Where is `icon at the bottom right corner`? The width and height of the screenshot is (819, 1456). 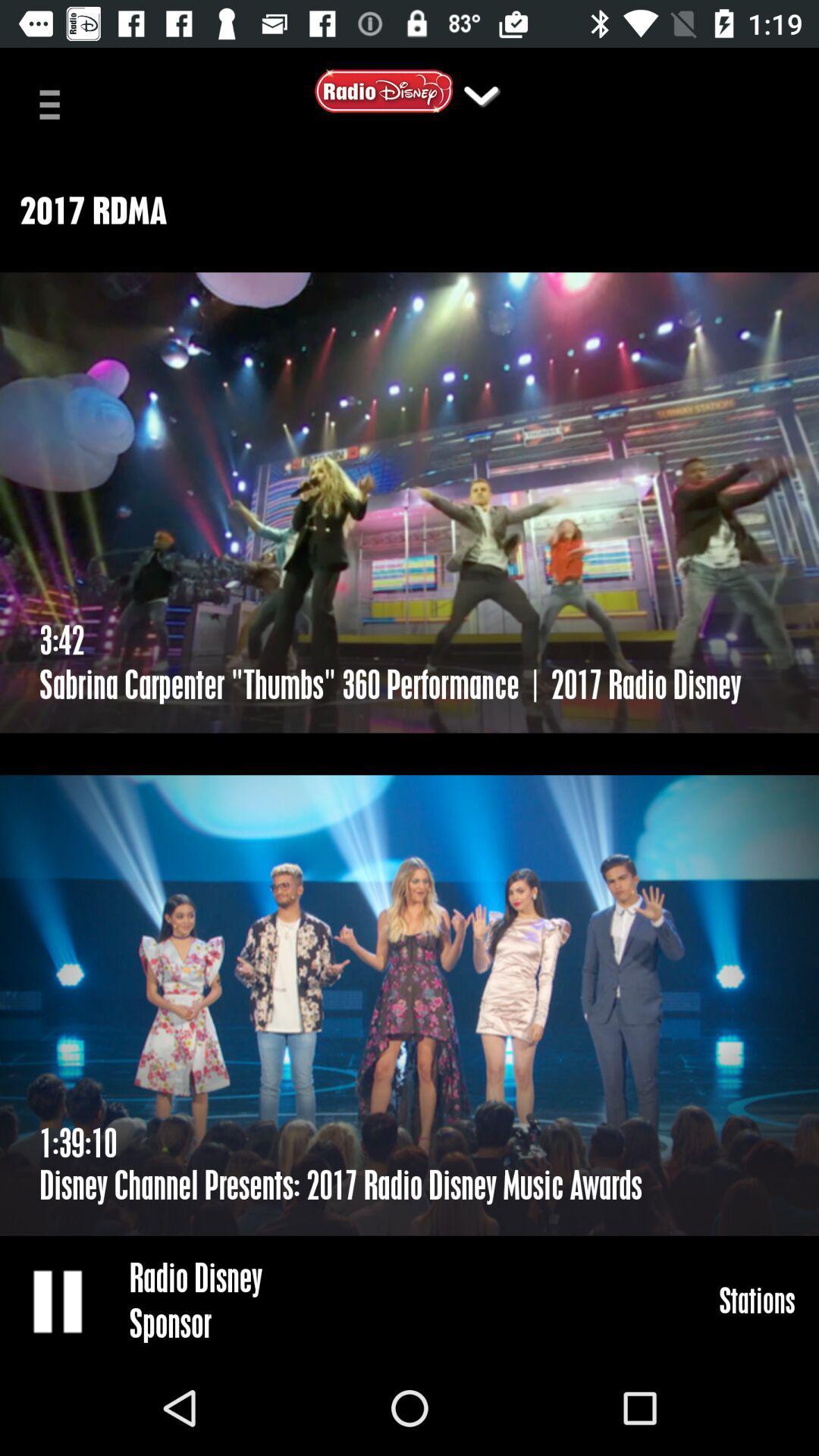
icon at the bottom right corner is located at coordinates (757, 1299).